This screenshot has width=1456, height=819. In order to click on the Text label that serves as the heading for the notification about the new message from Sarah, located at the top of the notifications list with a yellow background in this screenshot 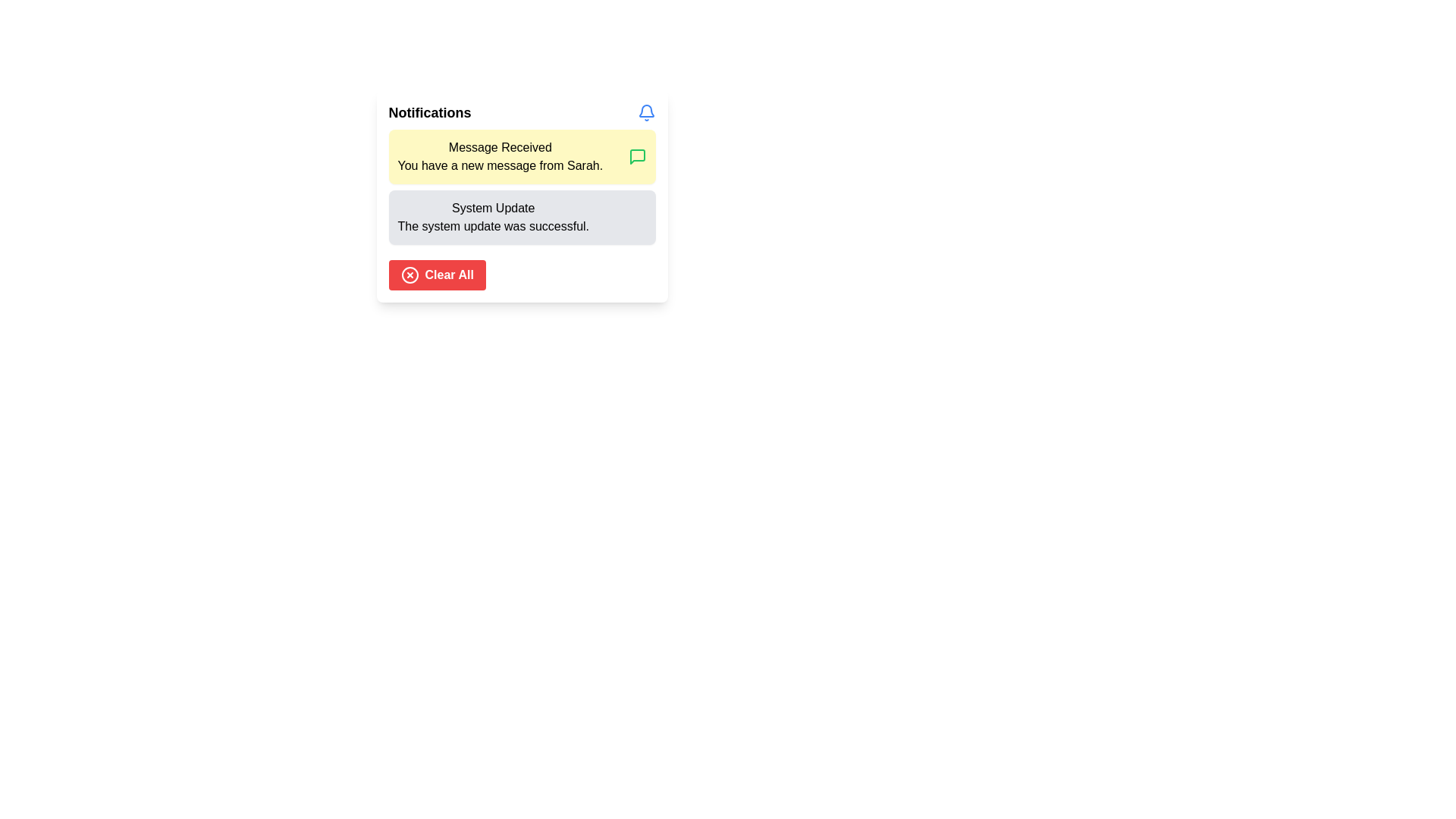, I will do `click(500, 148)`.